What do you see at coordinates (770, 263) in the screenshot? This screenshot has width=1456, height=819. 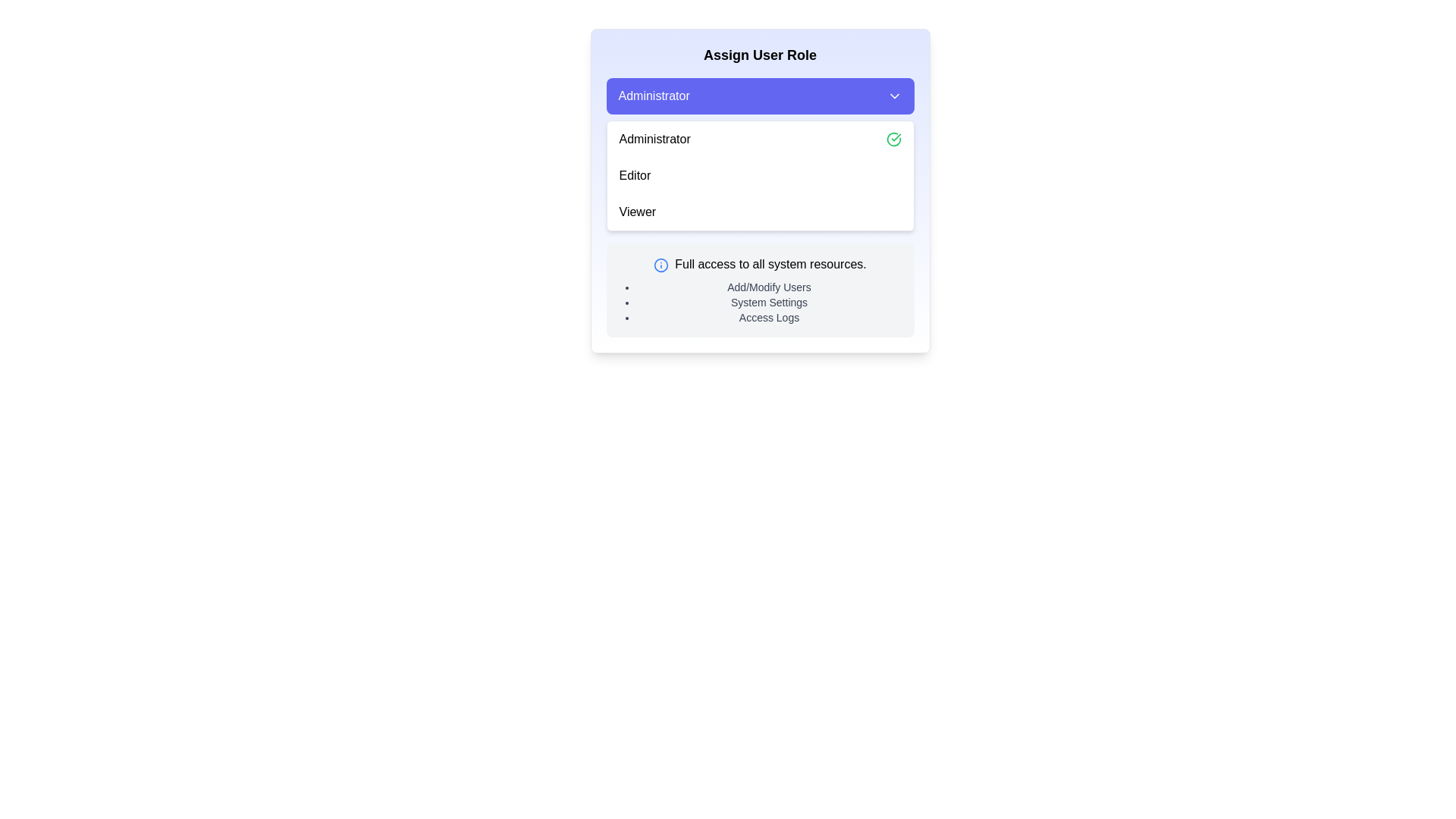 I see `the text label displaying 'Full access to all system resources.' which is styled with a light gray background and positioned next to an icon, beneath the 'Assign User Role' dropdown menu` at bounding box center [770, 263].